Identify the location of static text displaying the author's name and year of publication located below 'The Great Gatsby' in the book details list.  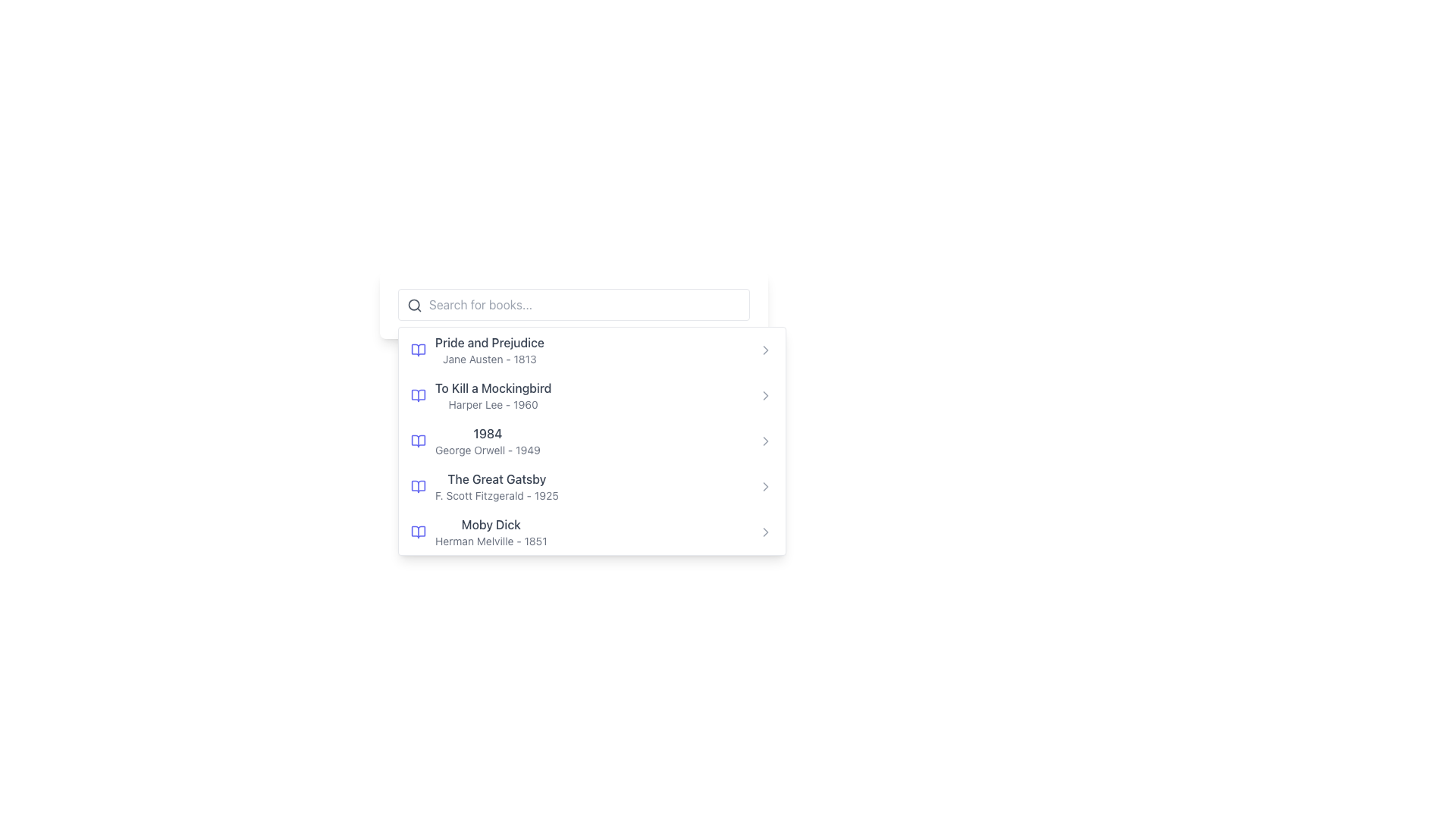
(497, 496).